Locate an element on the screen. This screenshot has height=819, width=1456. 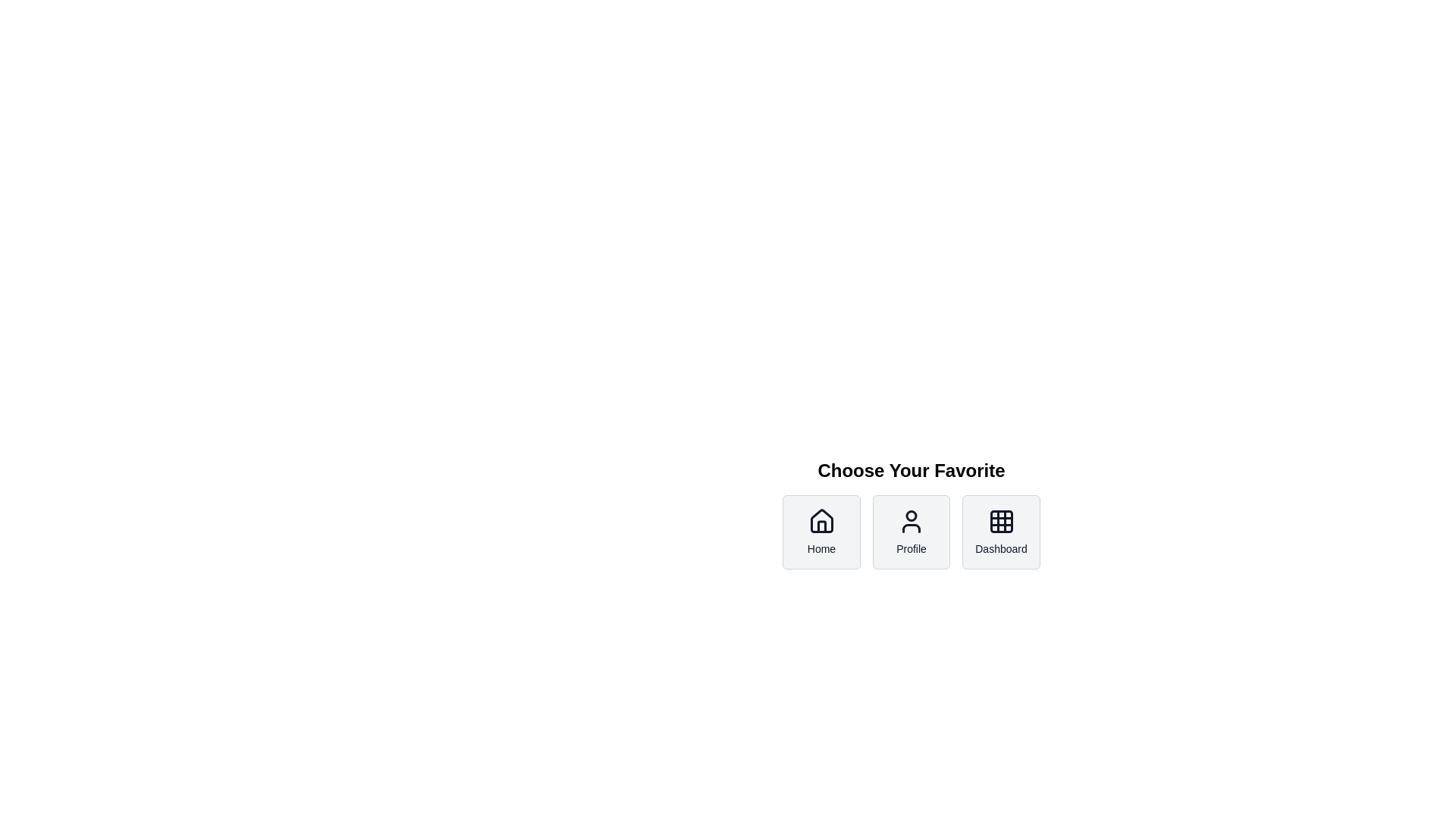
the 'Home' icon located at the bottom center of the interface, which visually represents the 'Home' option in the menu is located at coordinates (821, 520).